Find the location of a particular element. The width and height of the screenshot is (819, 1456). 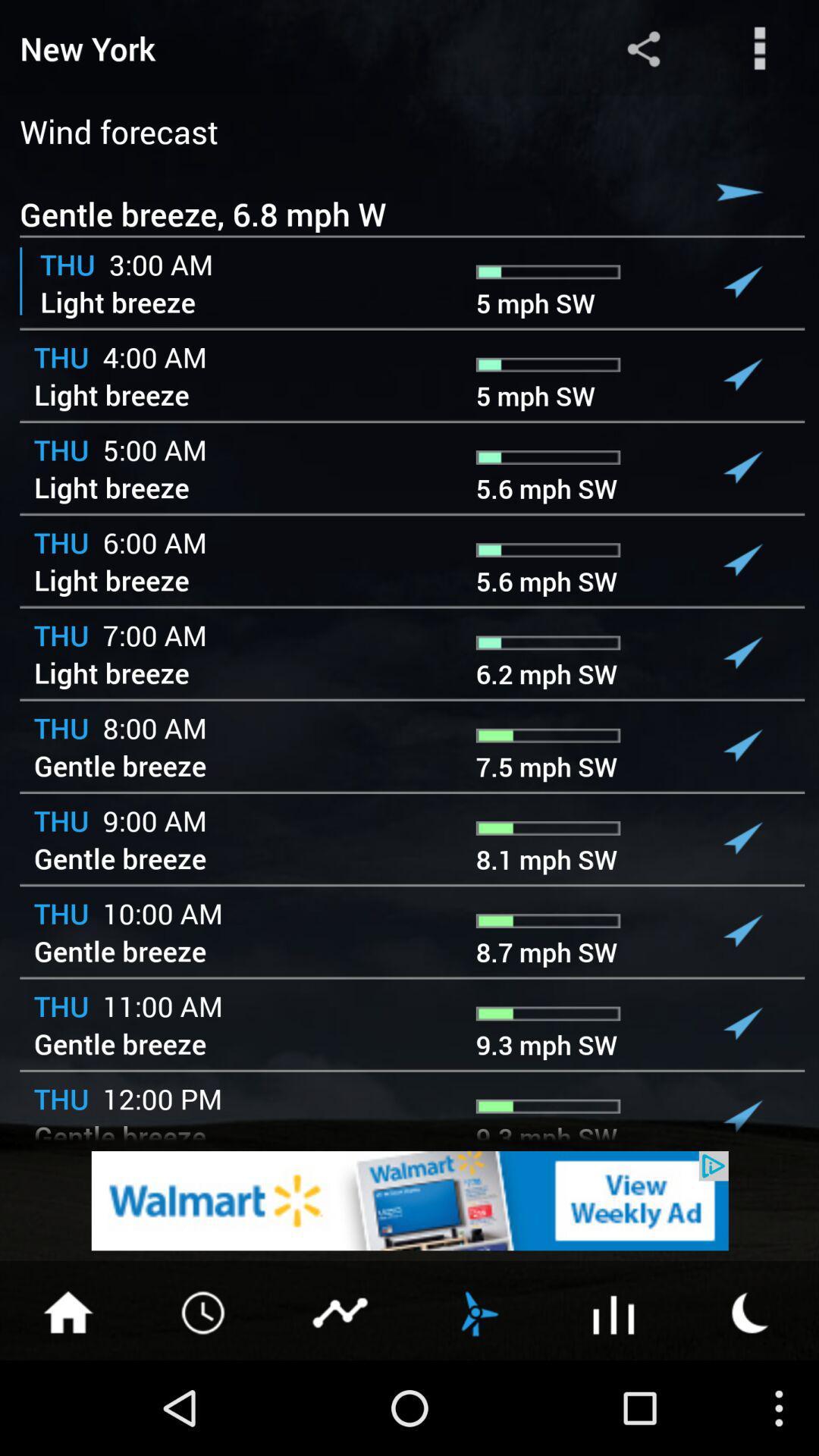

share is located at coordinates (643, 48).